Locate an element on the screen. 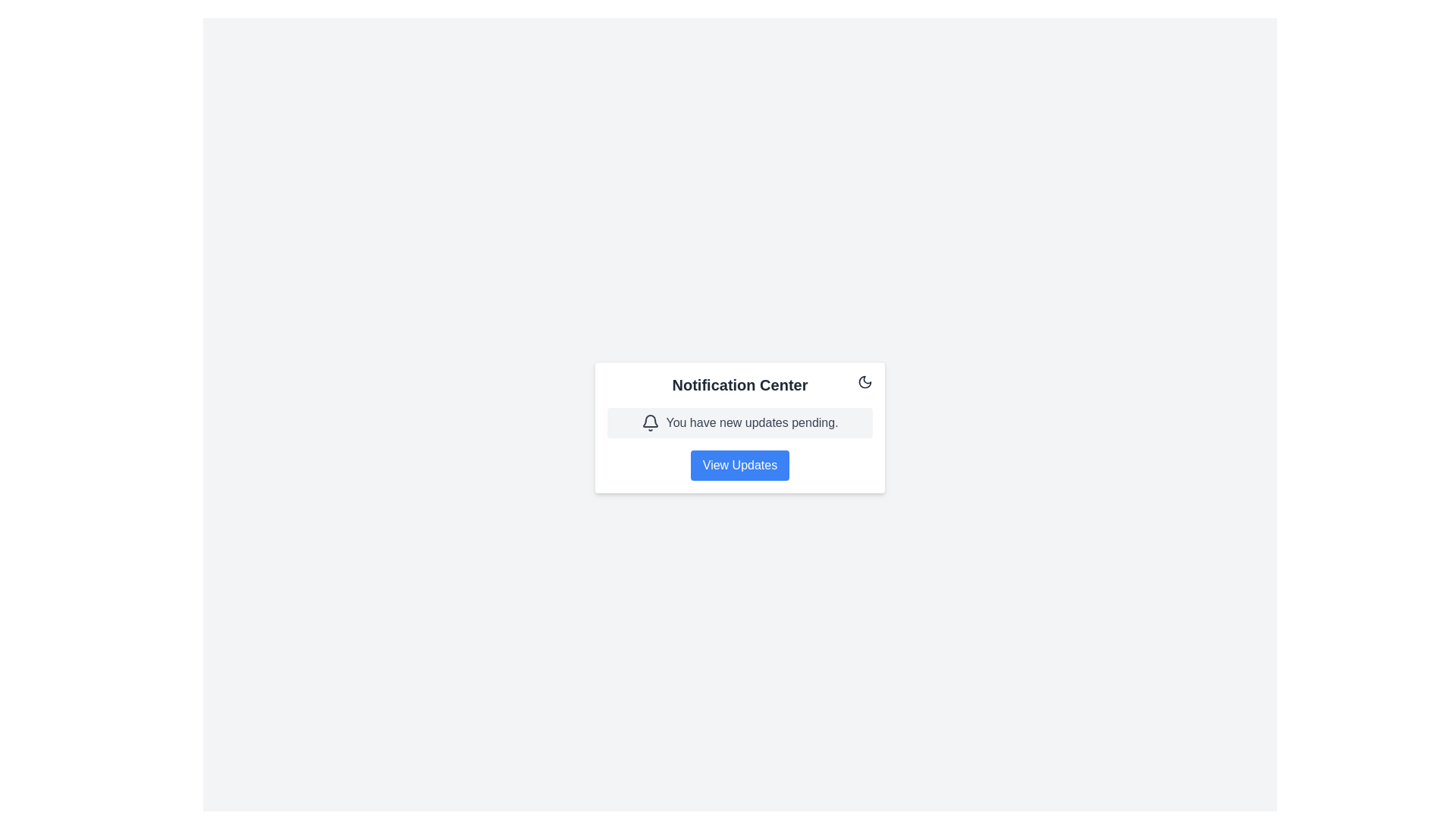  the crescent-shaped graphic resembling a partial moon within the Notification Center card is located at coordinates (865, 380).